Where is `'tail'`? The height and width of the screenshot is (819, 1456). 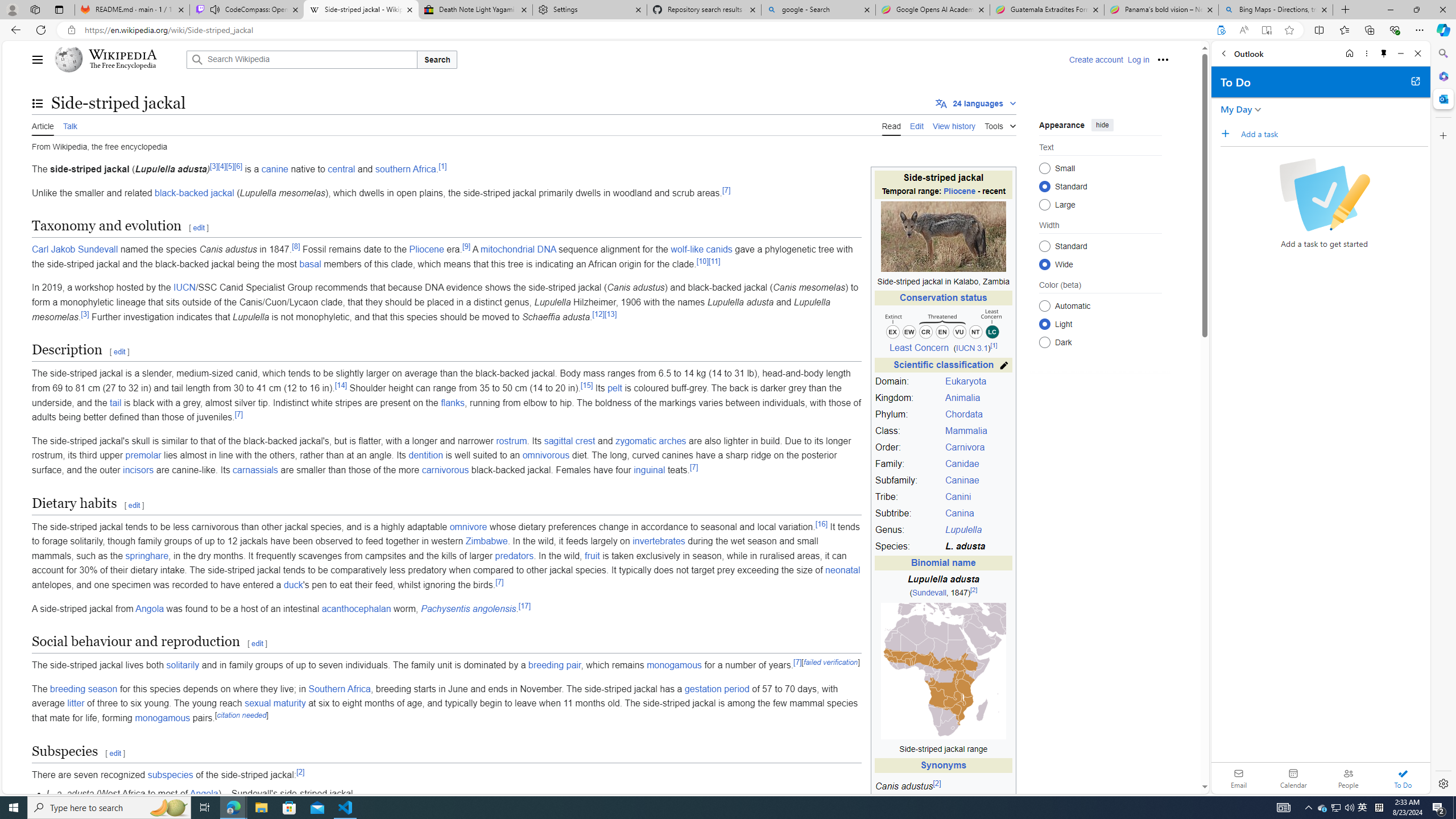 'tail' is located at coordinates (115, 402).